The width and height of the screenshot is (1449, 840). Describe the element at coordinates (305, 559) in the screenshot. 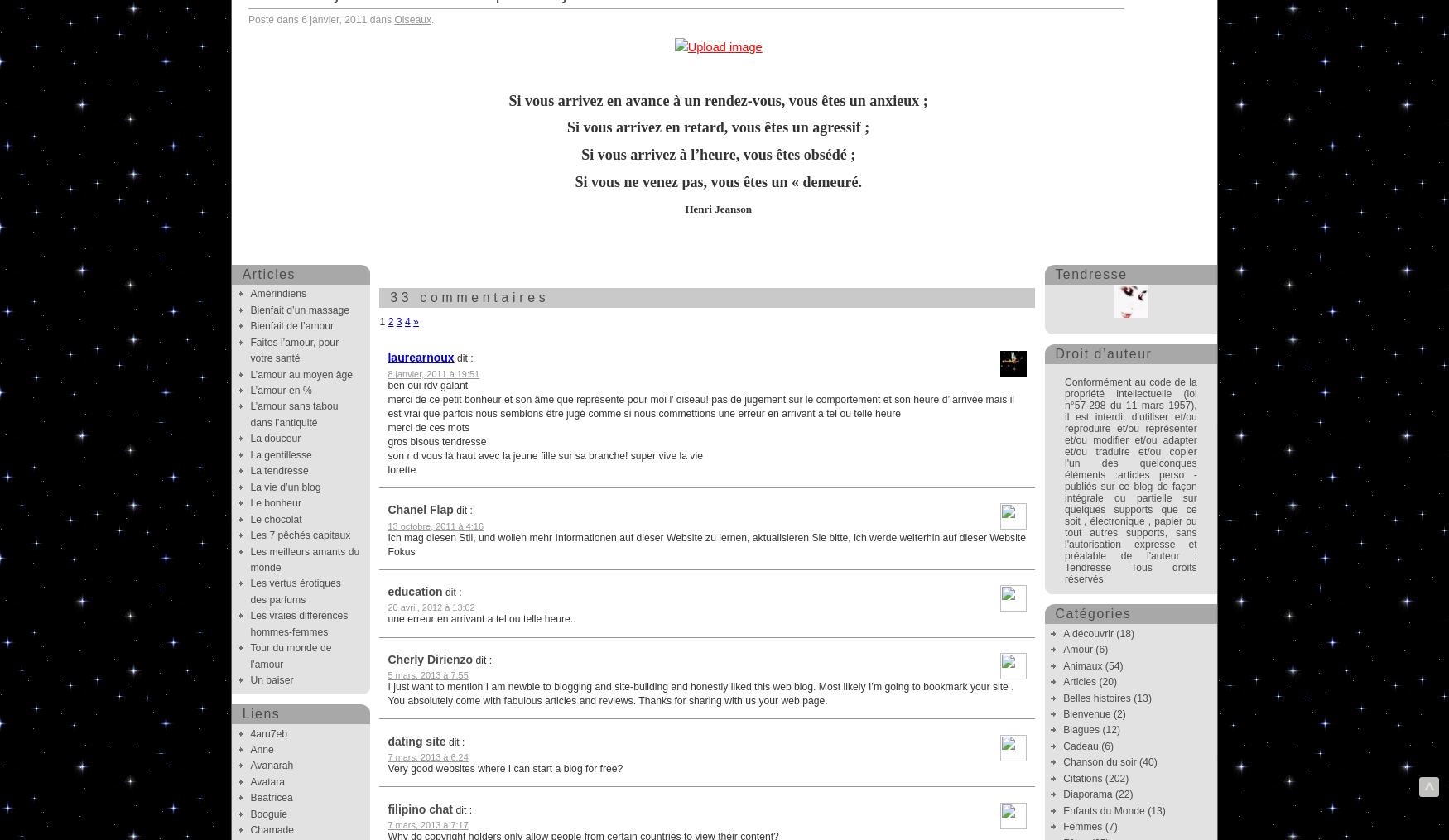

I see `'Les meilleurs amants du monde'` at that location.